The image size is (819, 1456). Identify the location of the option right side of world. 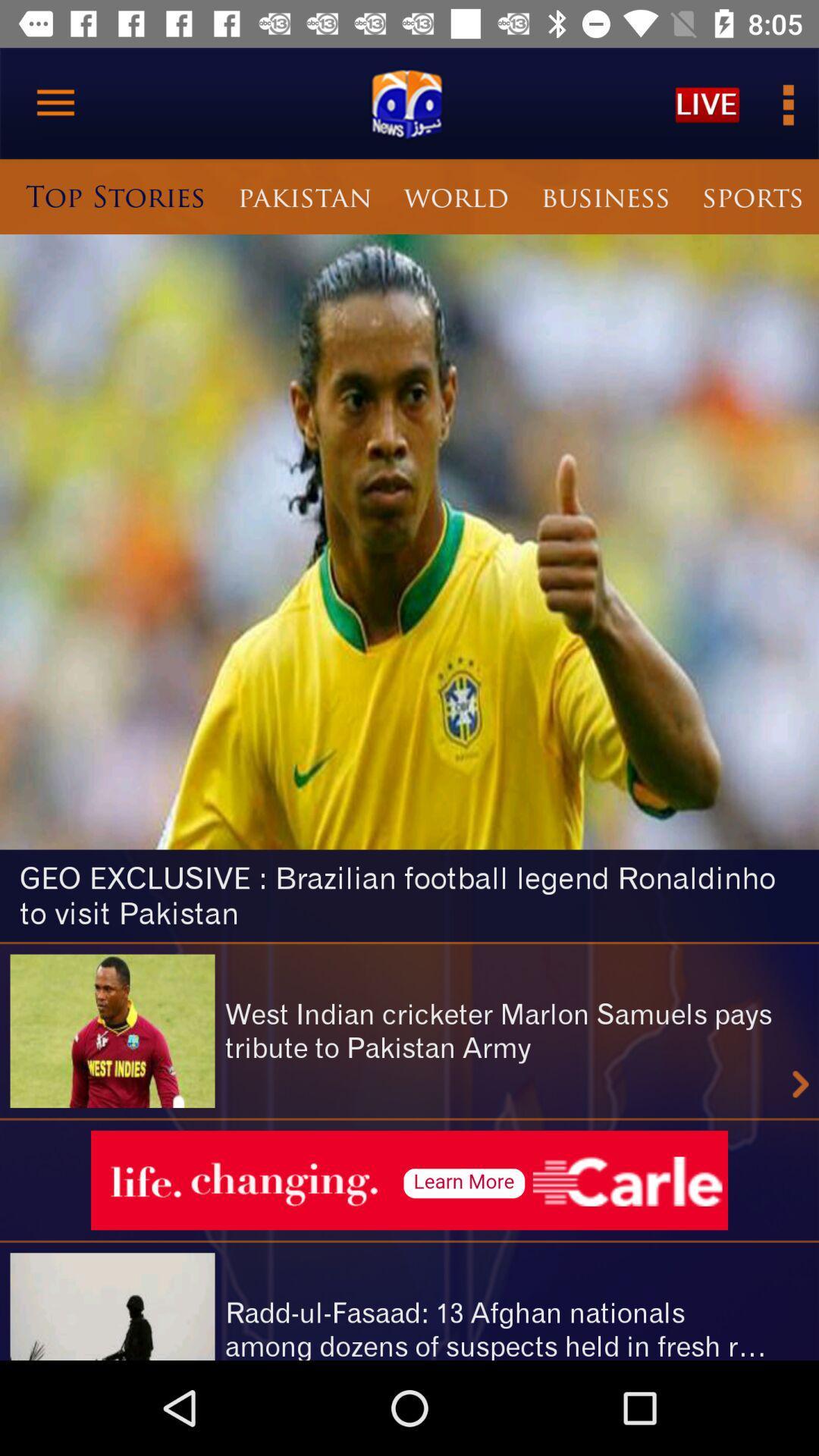
(604, 196).